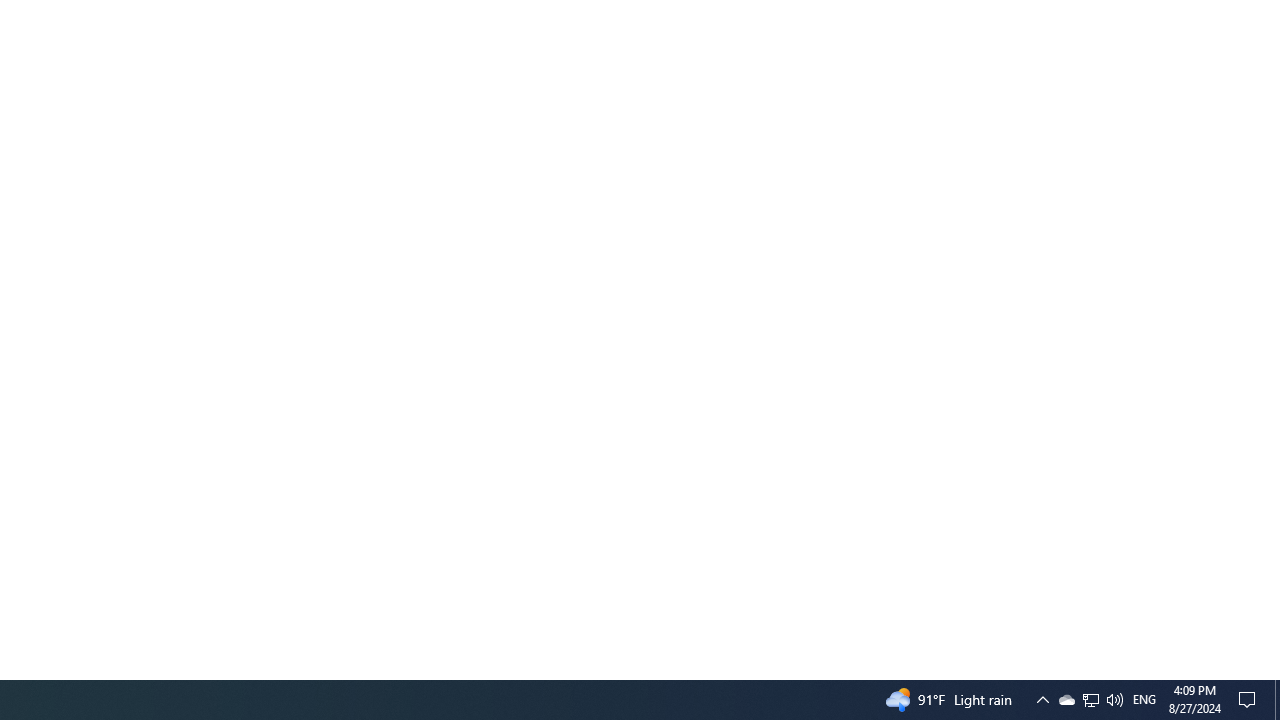 The width and height of the screenshot is (1280, 720). Describe the element at coordinates (1041, 698) in the screenshot. I see `'Notification Chevron'` at that location.